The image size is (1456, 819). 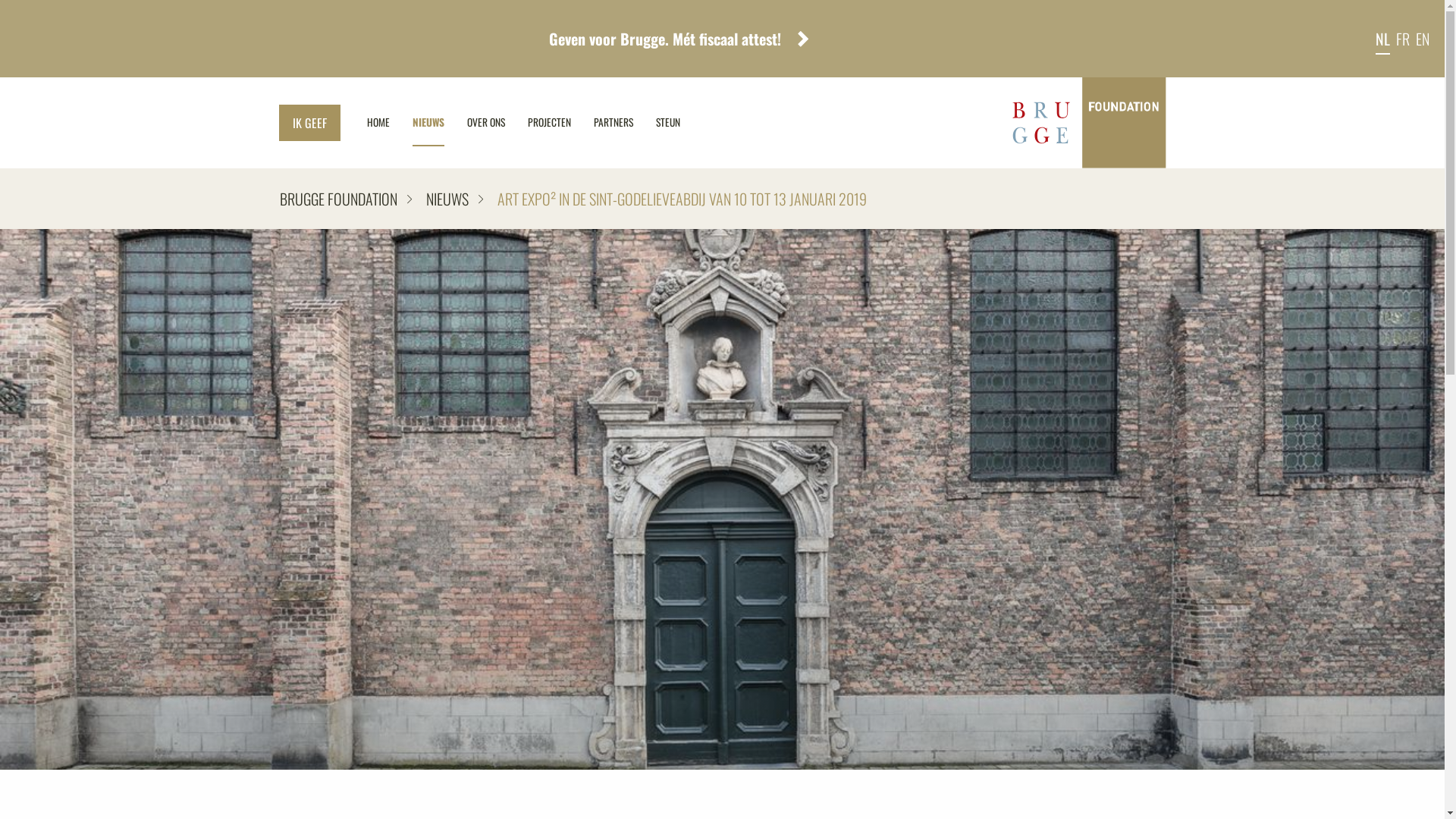 What do you see at coordinates (484, 122) in the screenshot?
I see `'OVER ONS'` at bounding box center [484, 122].